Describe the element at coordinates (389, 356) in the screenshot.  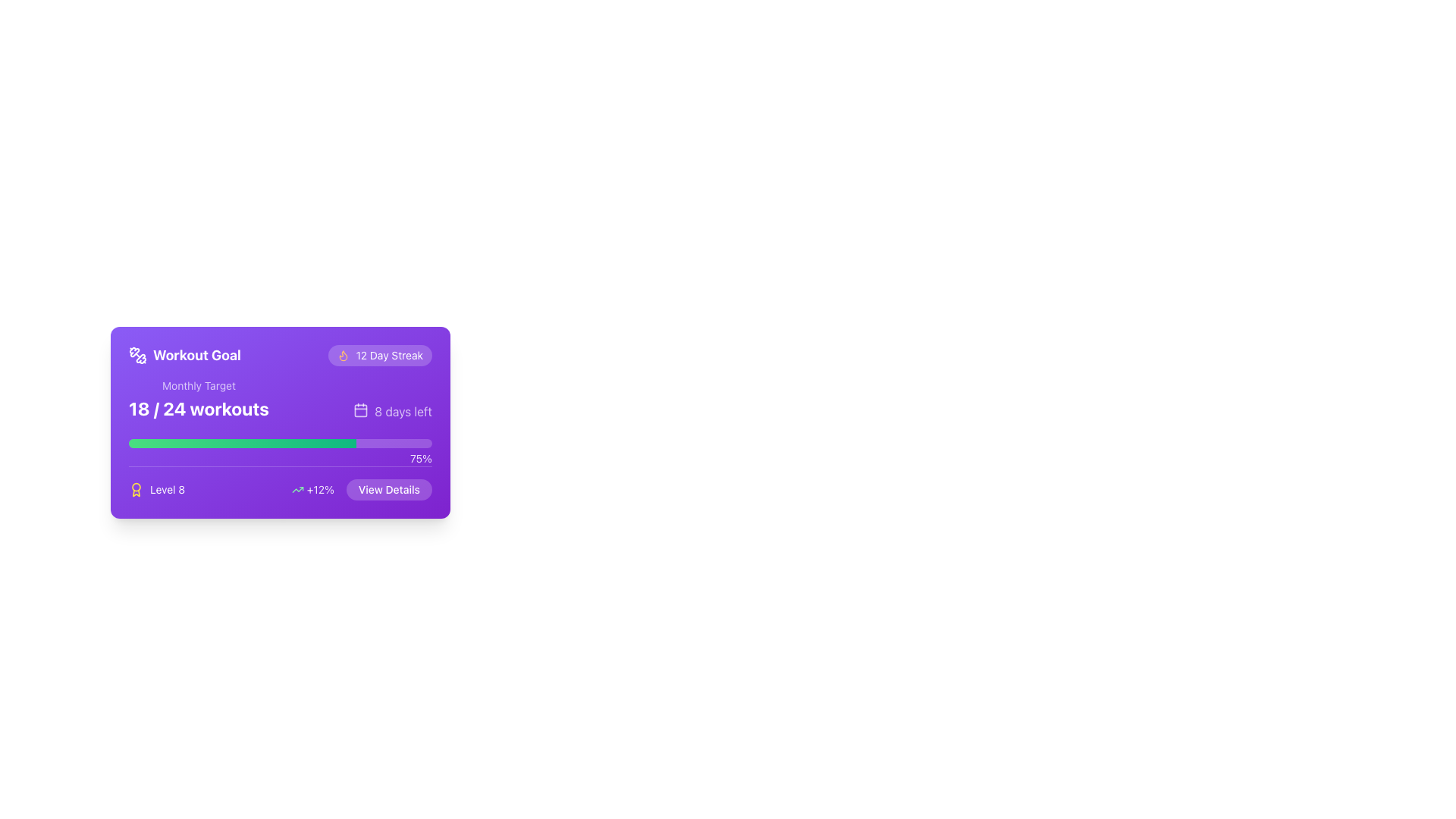
I see `the static text element displaying '12 Day Streak'` at that location.